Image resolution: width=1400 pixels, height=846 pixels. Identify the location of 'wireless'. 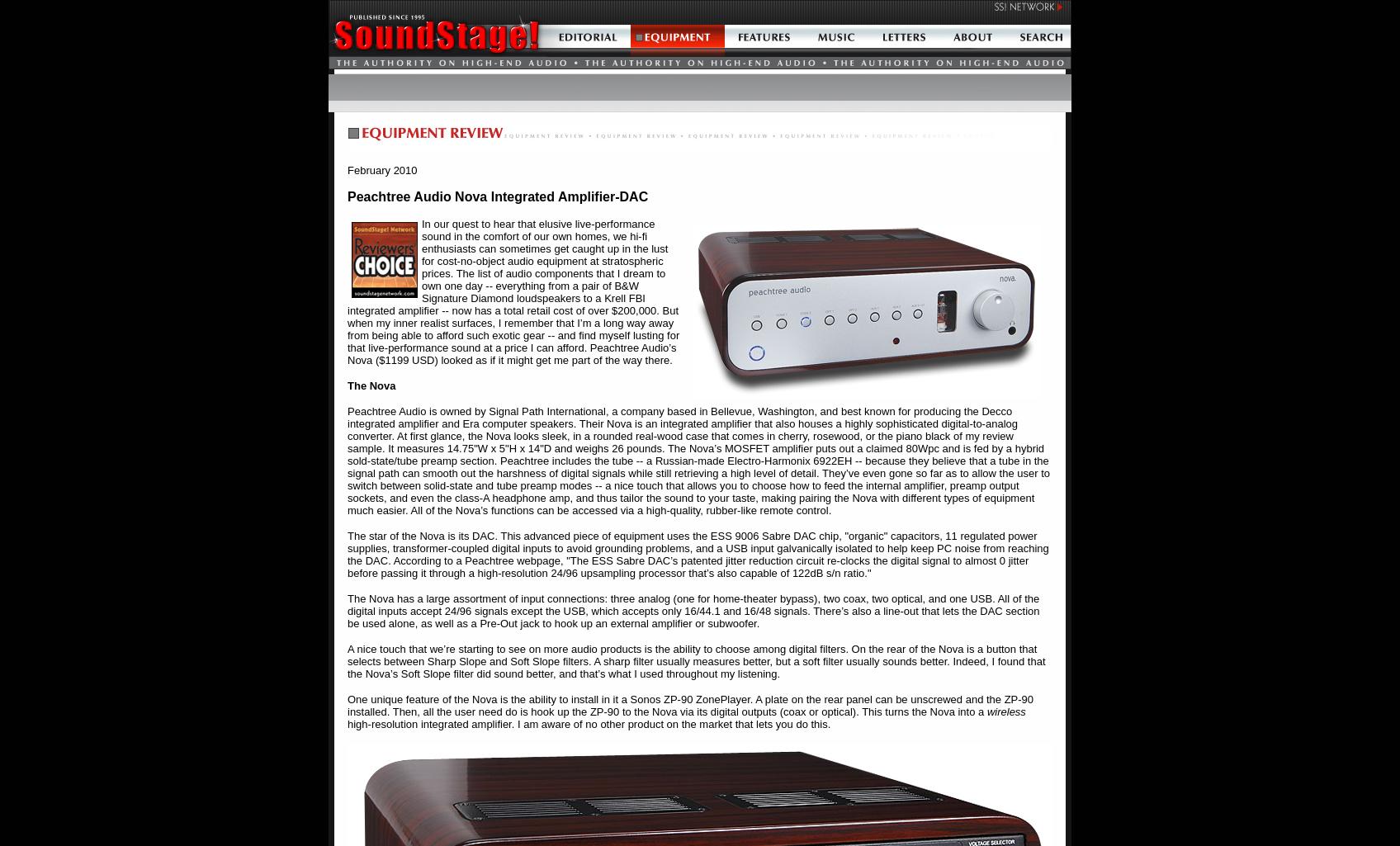
(986, 711).